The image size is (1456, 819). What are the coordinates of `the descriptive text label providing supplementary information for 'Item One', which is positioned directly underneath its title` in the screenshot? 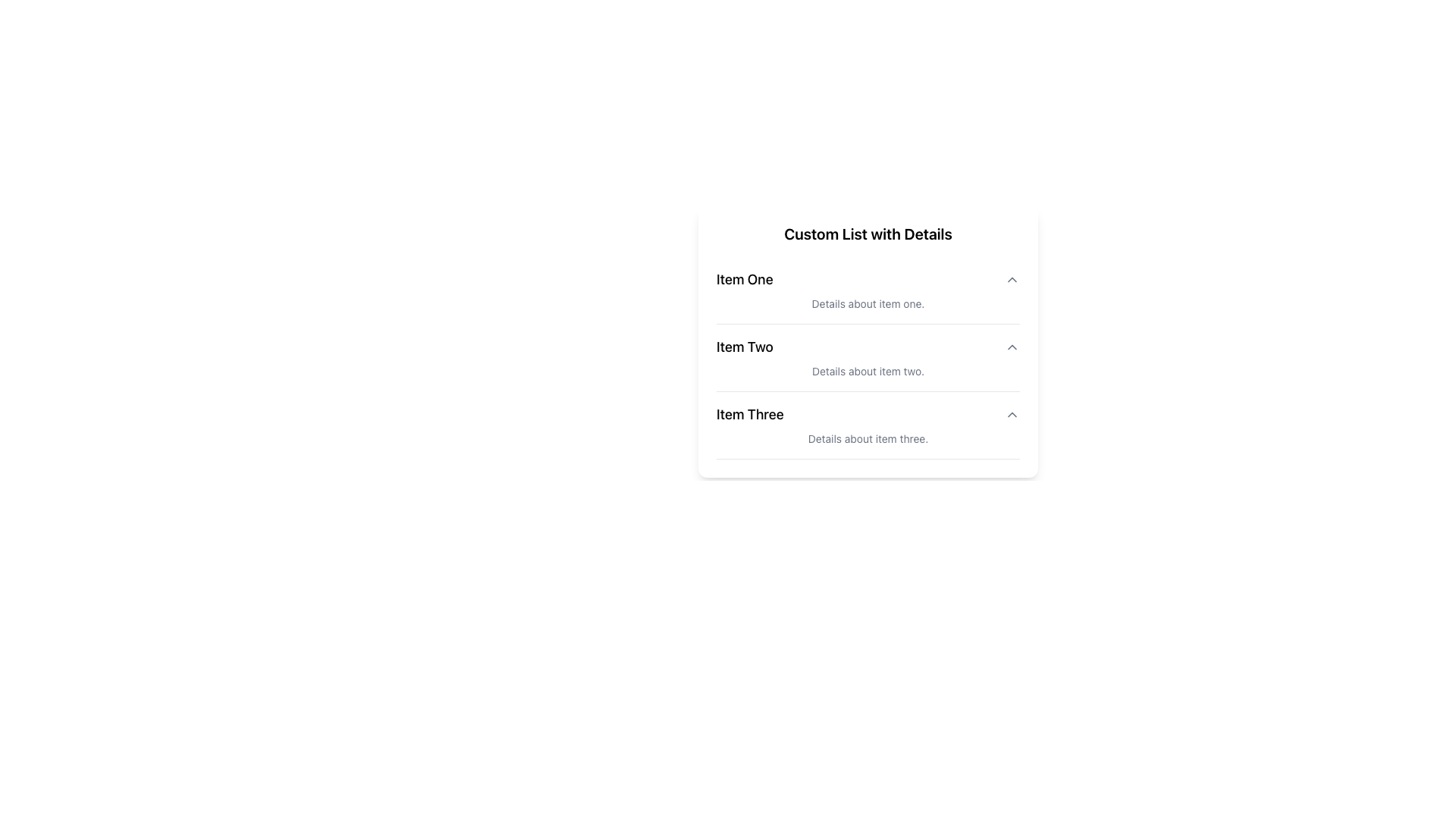 It's located at (868, 304).